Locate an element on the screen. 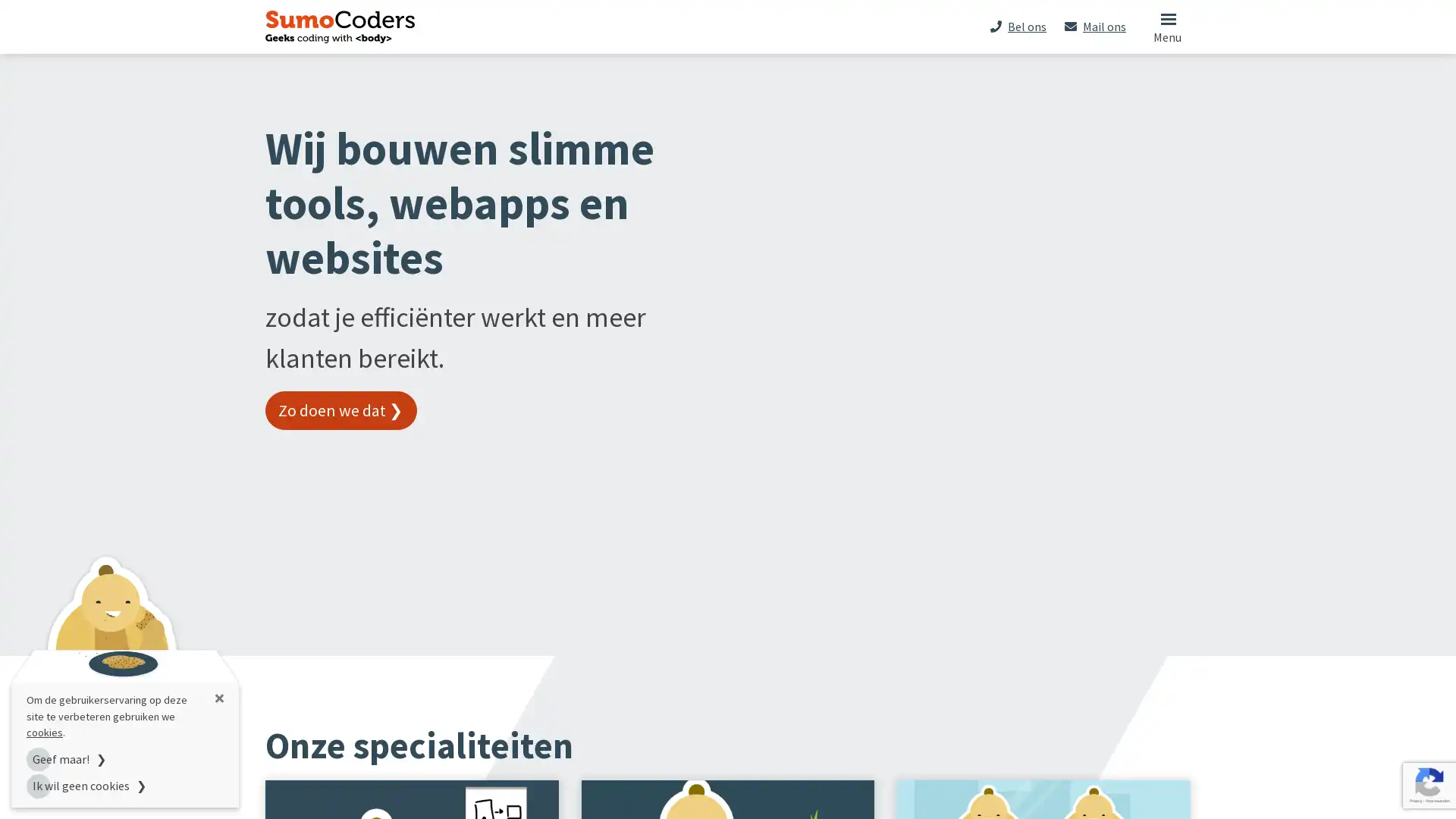 Image resolution: width=1456 pixels, height=819 pixels. sluiten is located at coordinates (218, 698).